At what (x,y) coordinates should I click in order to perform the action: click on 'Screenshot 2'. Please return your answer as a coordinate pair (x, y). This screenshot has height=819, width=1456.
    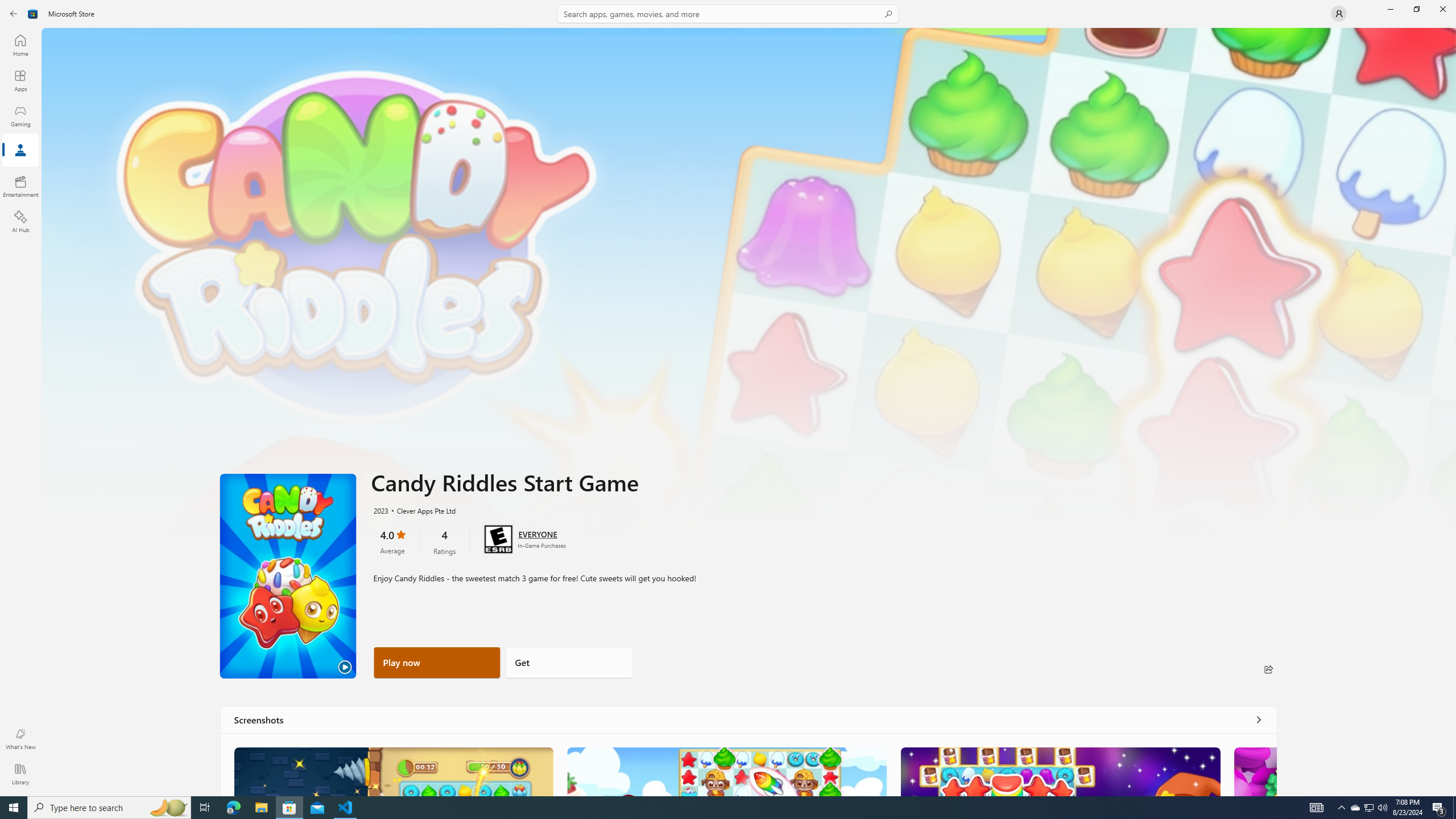
    Looking at the image, I should click on (726, 771).